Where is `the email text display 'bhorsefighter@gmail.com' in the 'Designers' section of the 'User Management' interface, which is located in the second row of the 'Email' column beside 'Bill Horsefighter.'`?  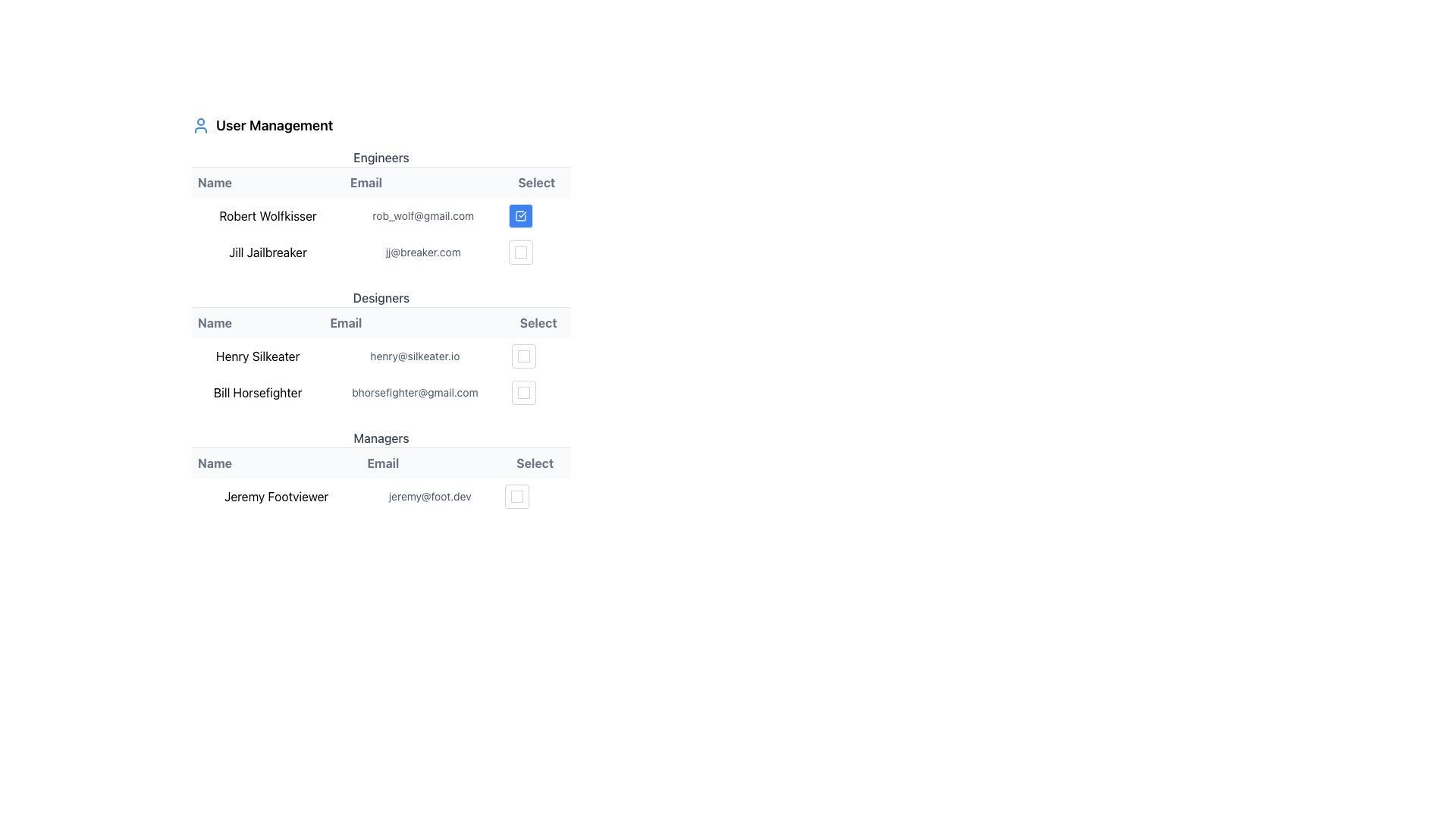 the email text display 'bhorsefighter@gmail.com' in the 'Designers' section of the 'User Management' interface, which is located in the second row of the 'Email' column beside 'Bill Horsefighter.' is located at coordinates (415, 391).